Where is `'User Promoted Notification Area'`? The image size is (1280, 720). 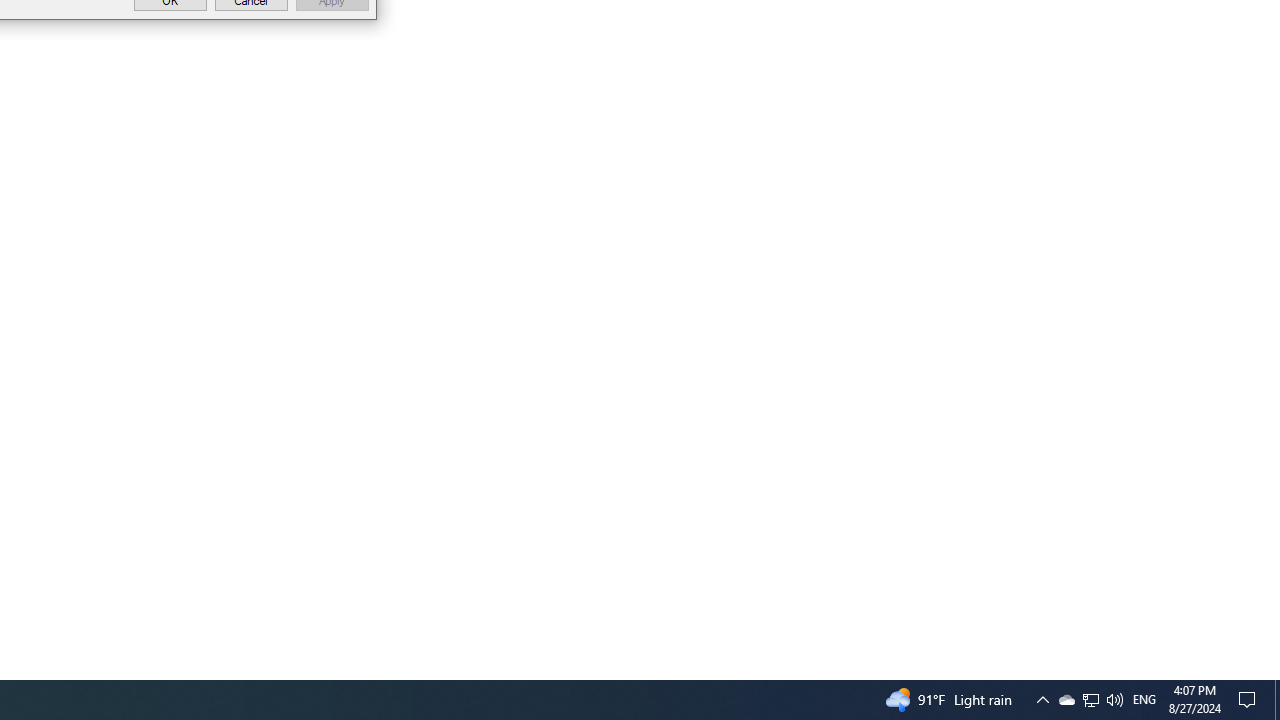 'User Promoted Notification Area' is located at coordinates (1065, 698).